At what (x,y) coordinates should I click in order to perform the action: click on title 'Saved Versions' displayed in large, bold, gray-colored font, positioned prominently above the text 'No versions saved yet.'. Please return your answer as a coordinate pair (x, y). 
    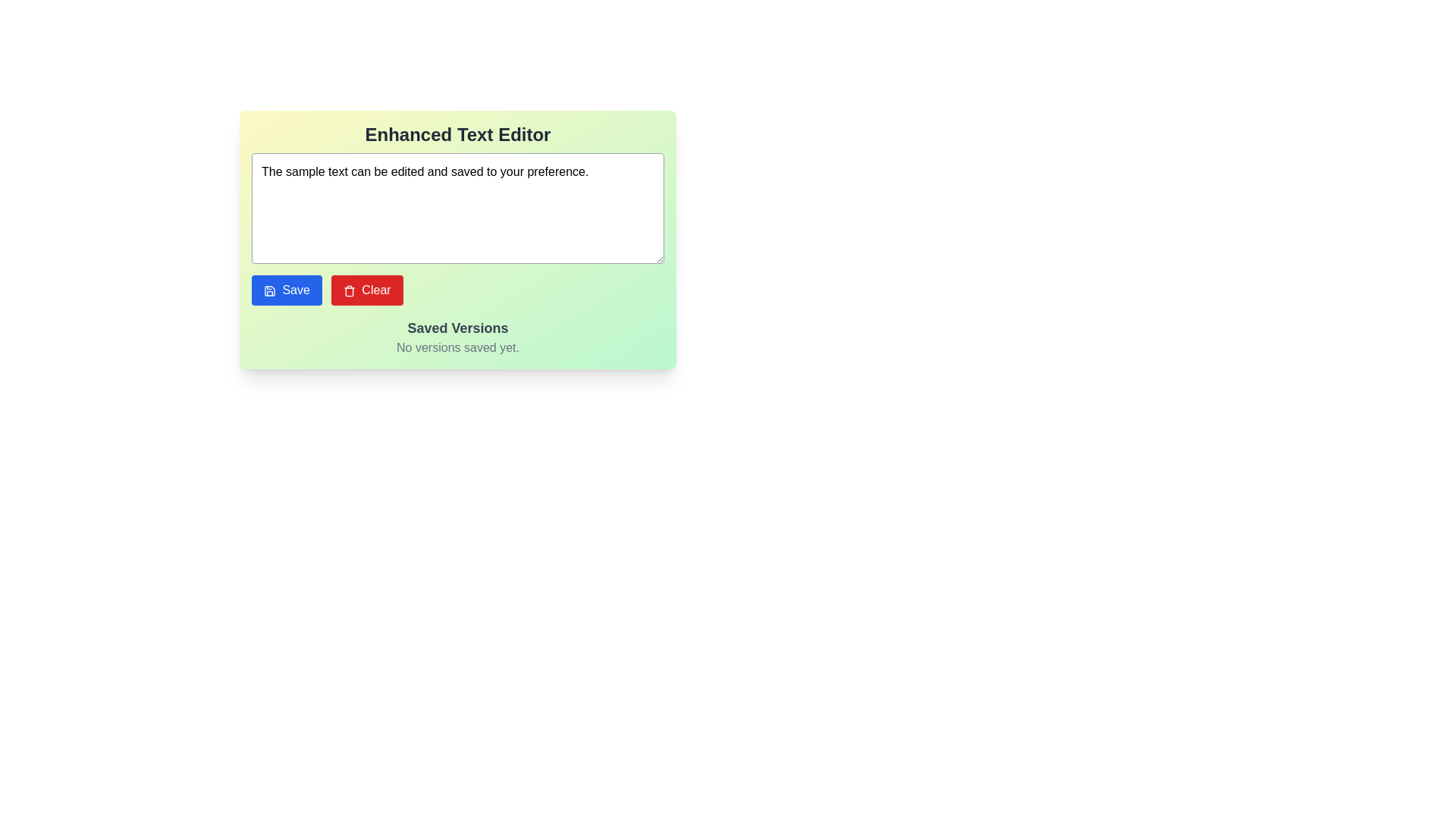
    Looking at the image, I should click on (457, 327).